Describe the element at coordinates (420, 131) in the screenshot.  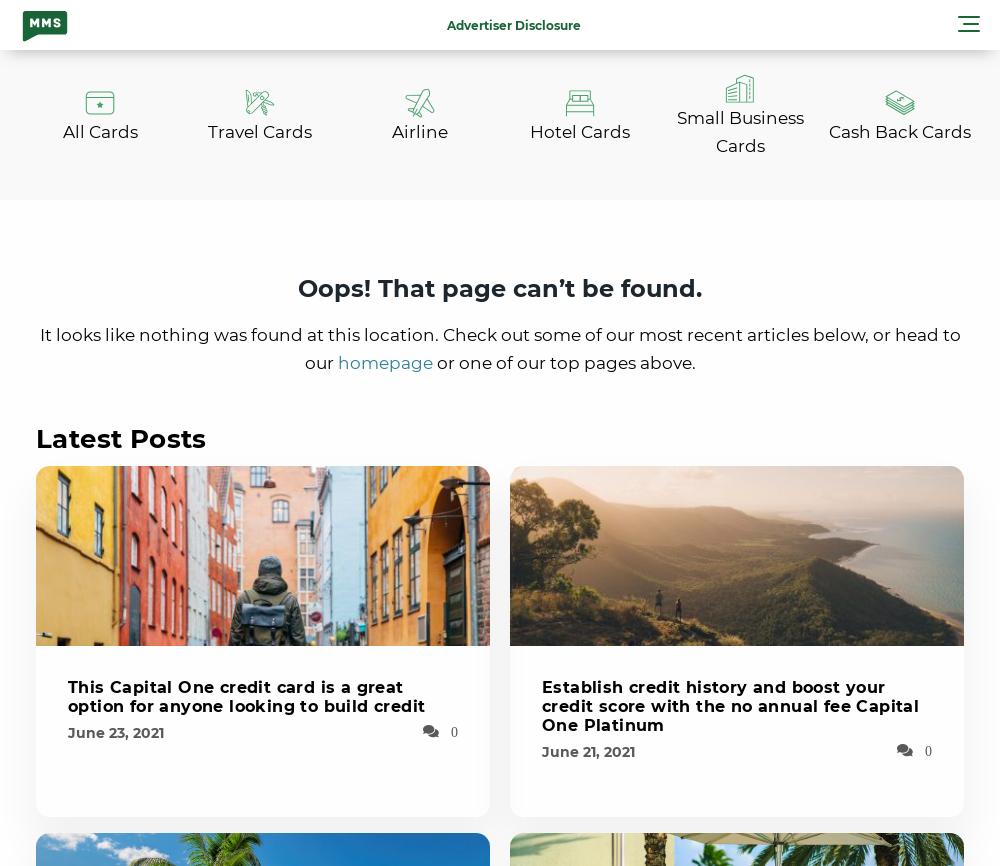
I see `'Airline'` at that location.